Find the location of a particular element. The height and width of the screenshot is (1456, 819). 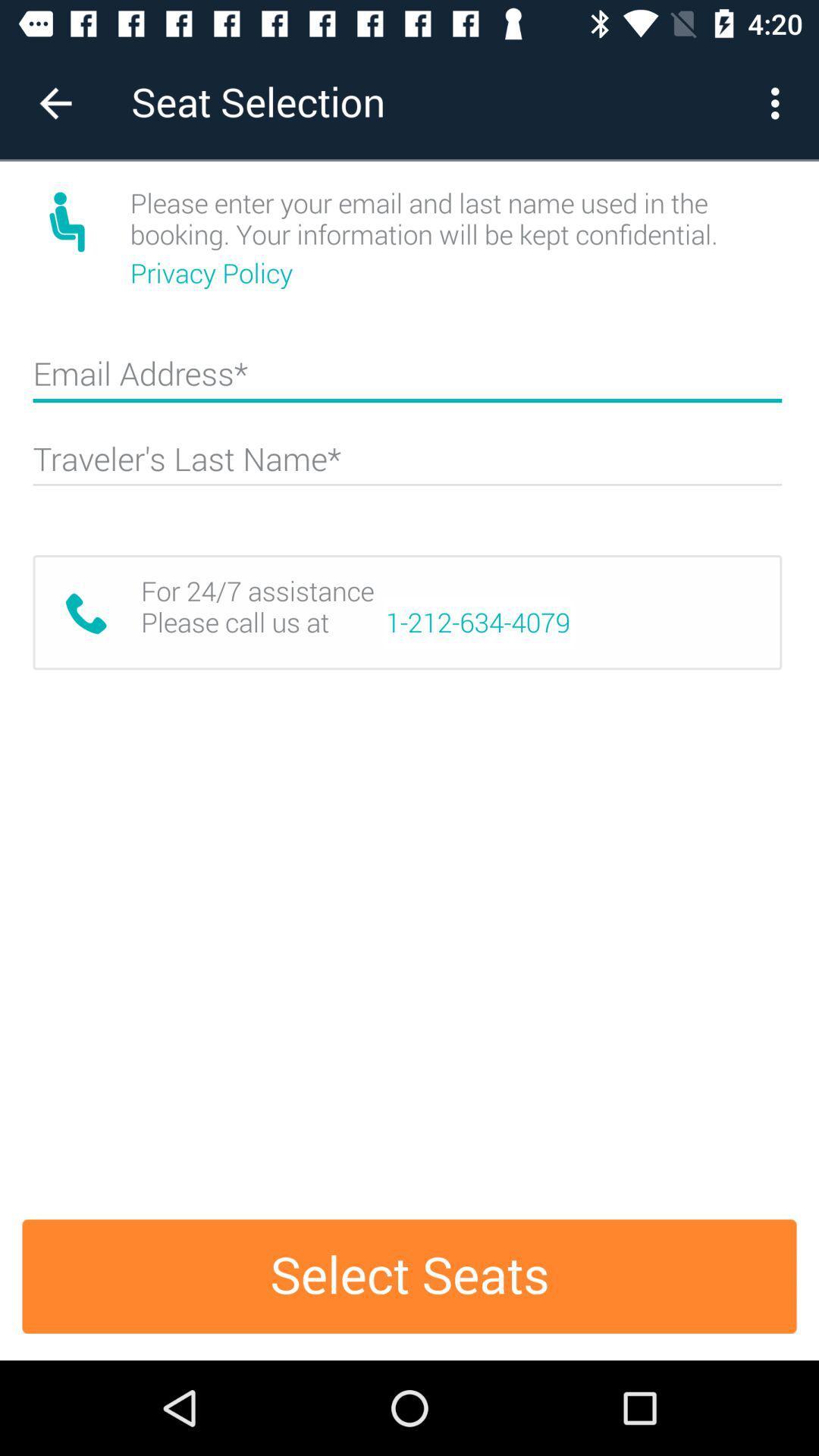

item below the for 24 7 item is located at coordinates (409, 1276).